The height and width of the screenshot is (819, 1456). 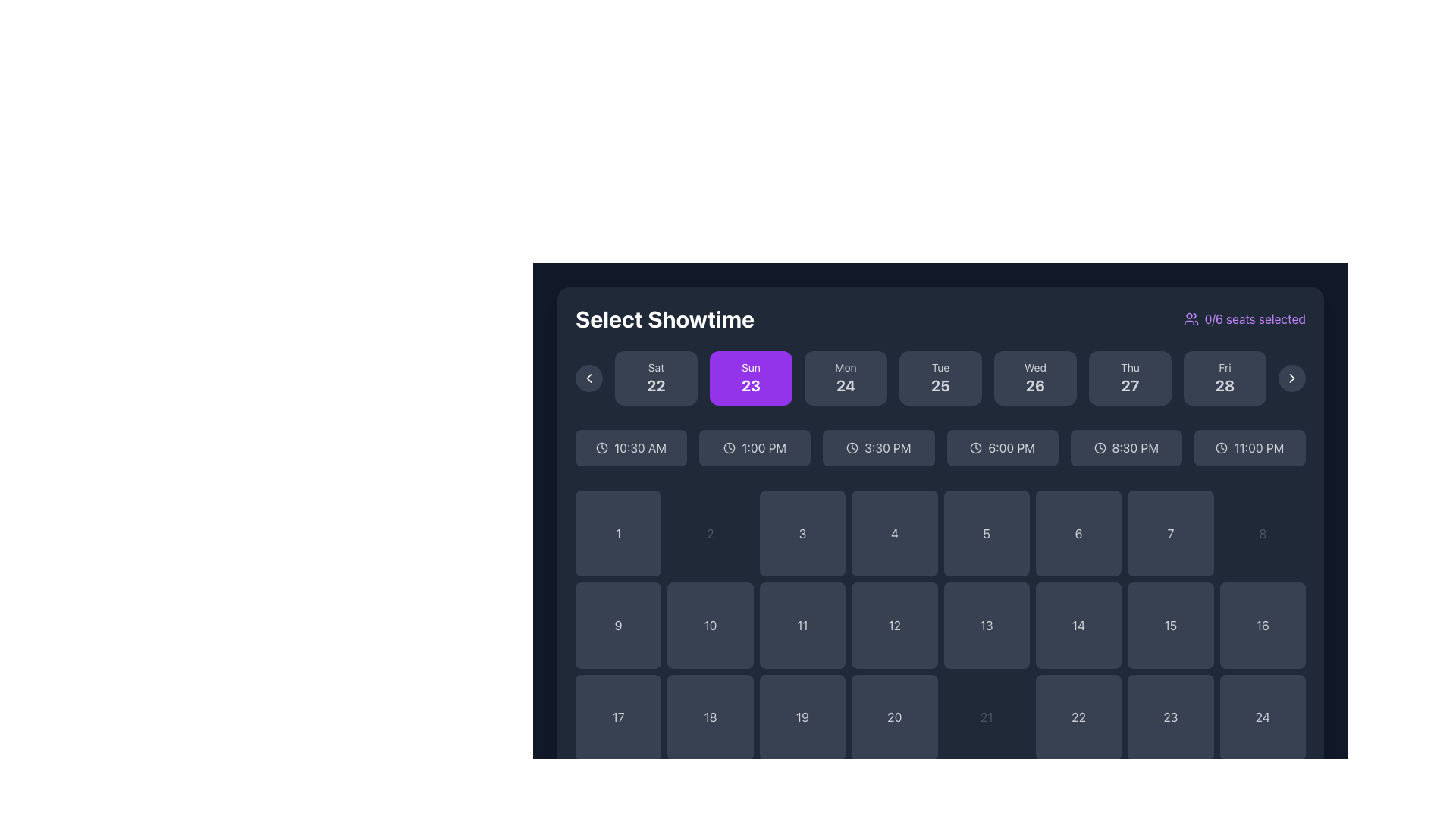 I want to click on the chevron icon pointing left, which is part of a navigation button located on the leftmost side of the interface, slightly below the title 'Select Showtime', so click(x=588, y=377).